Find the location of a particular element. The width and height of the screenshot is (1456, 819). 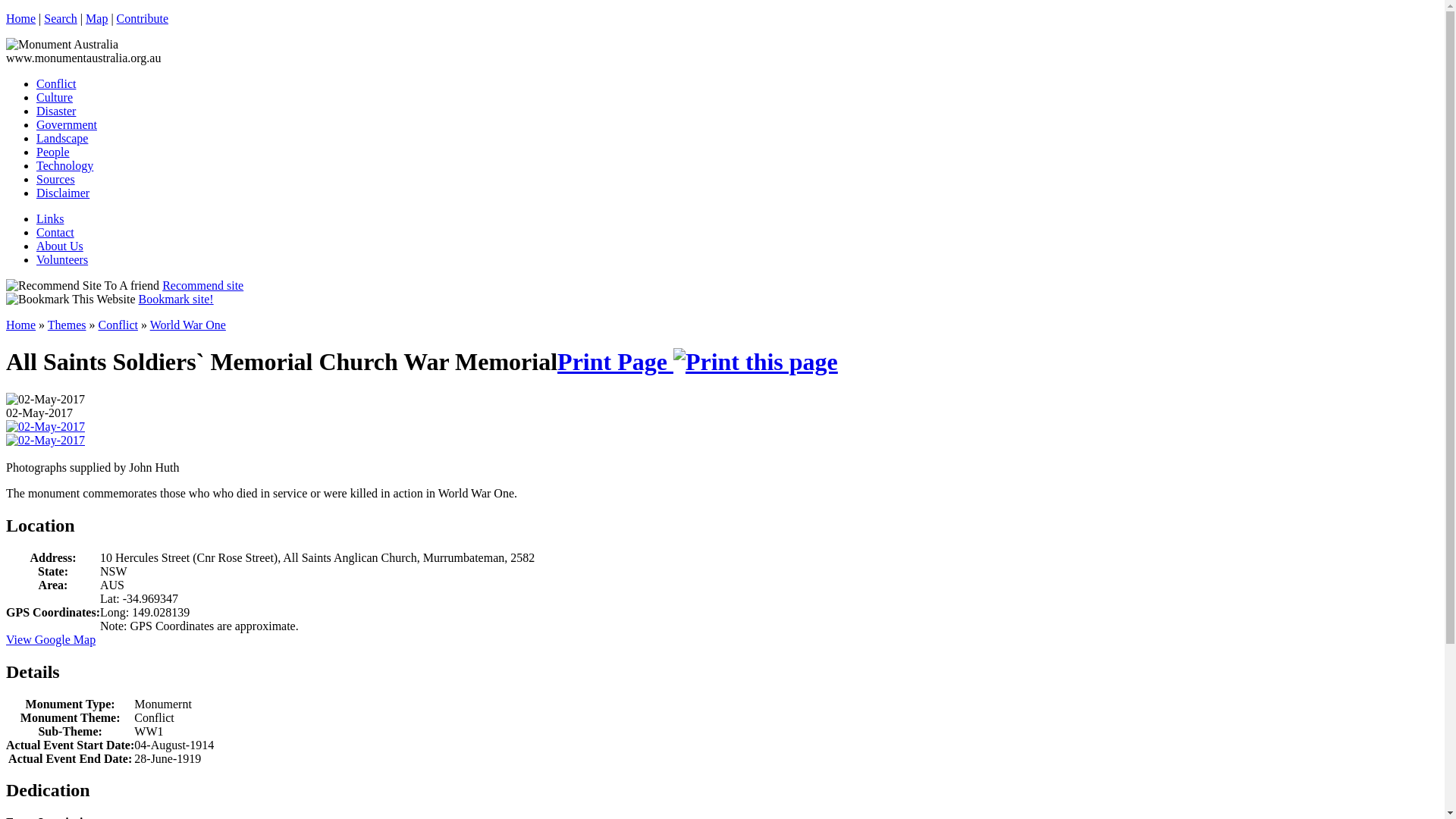

'Contribute' is located at coordinates (142, 18).